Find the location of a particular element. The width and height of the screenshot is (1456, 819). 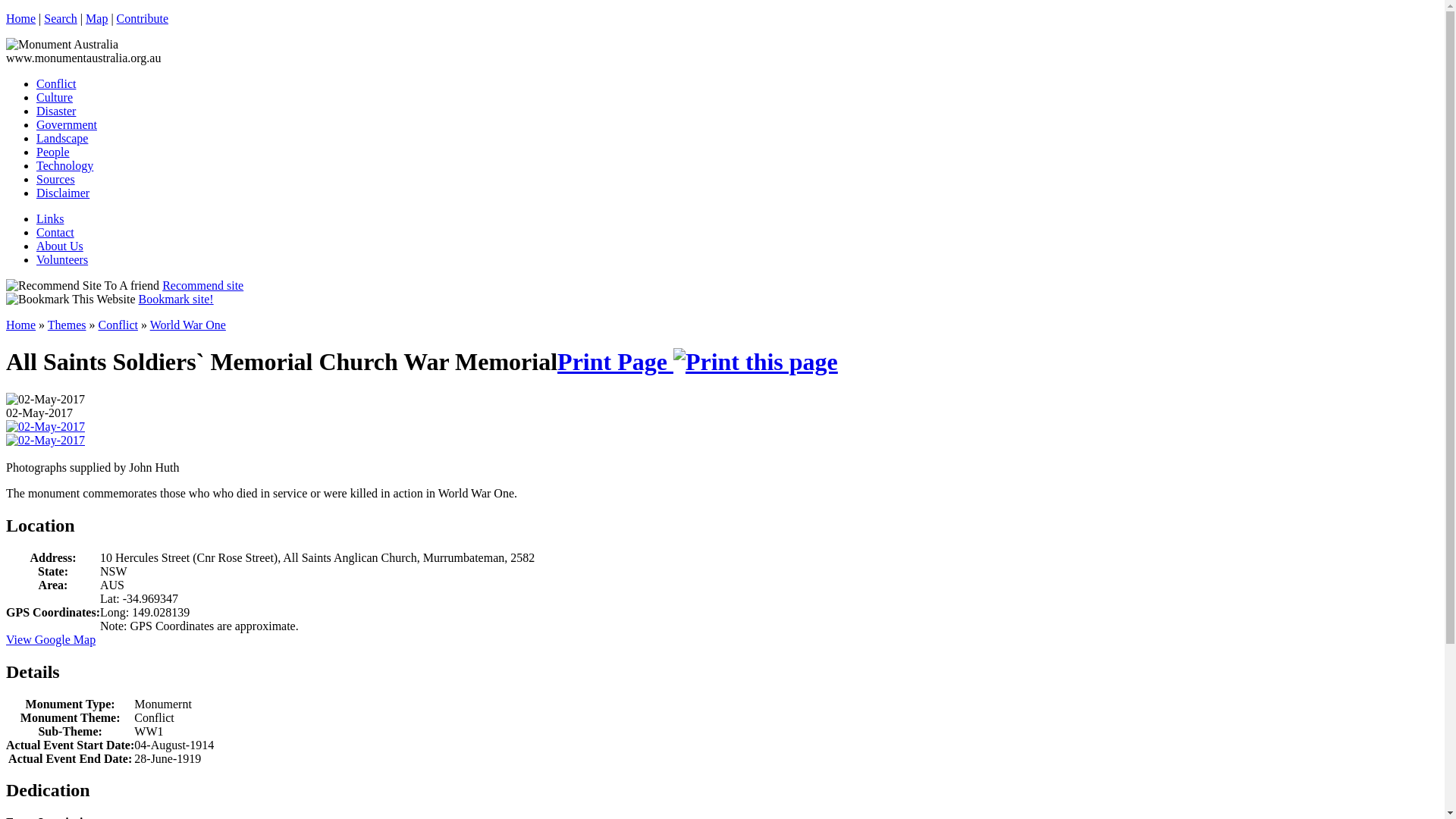

'Contribute' is located at coordinates (142, 18).